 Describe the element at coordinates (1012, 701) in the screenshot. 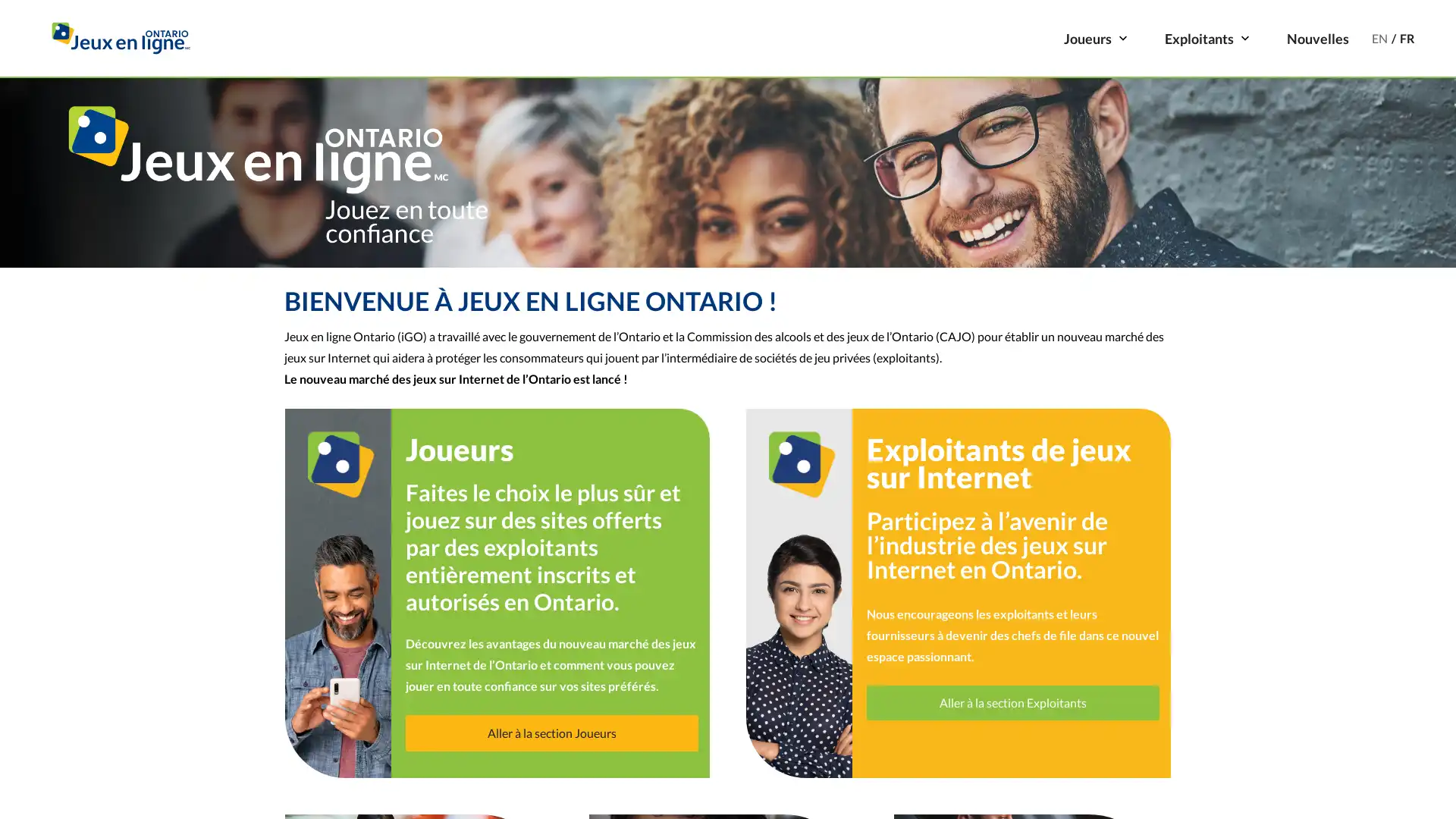

I see `Aller a la section Exploitants` at that location.